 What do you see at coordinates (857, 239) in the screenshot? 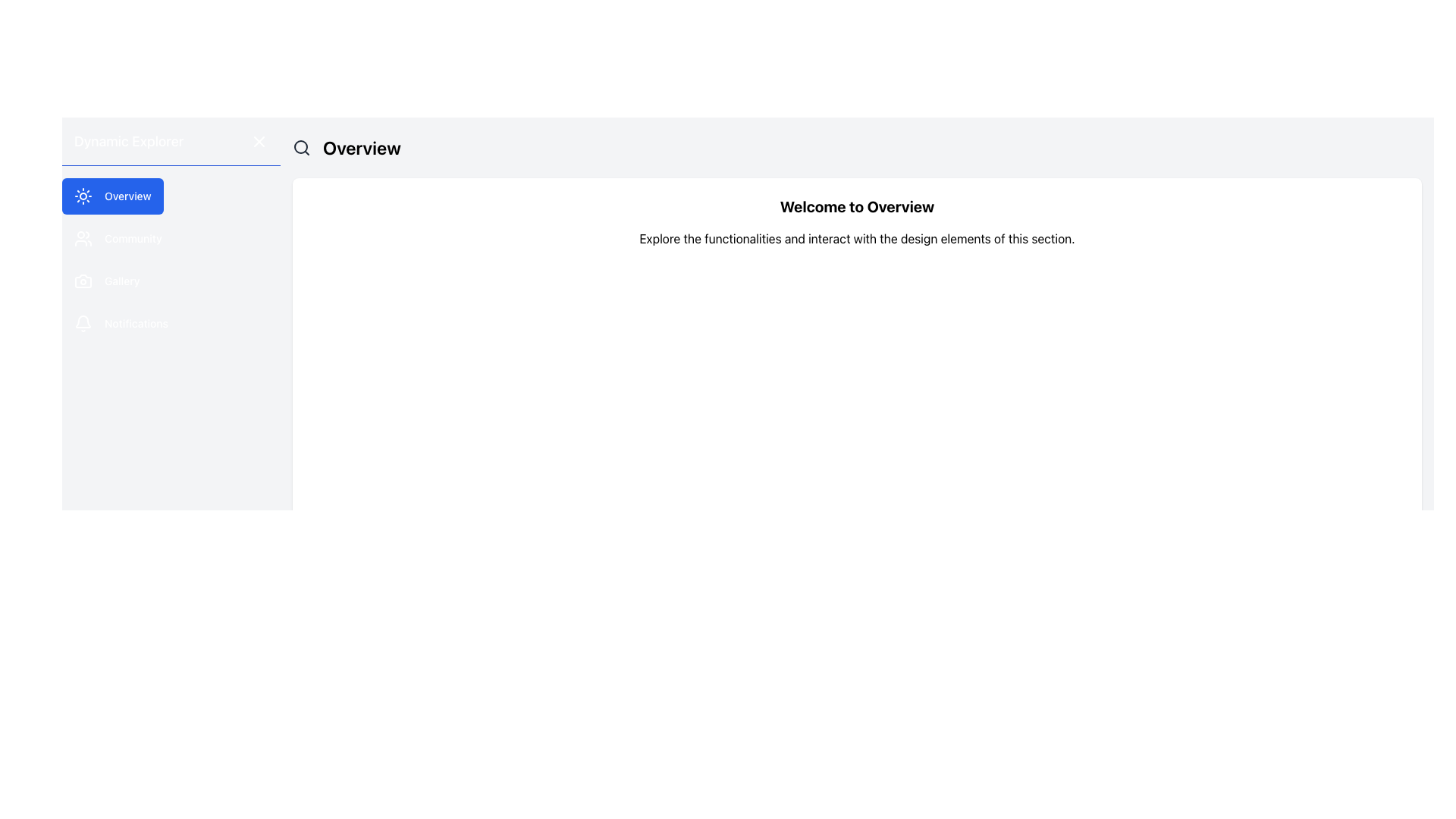
I see `the text element containing 'Explore the functionalities and interact with the design elements of this section.' which is located directly beneath the header 'Welcome to Overview'` at bounding box center [857, 239].